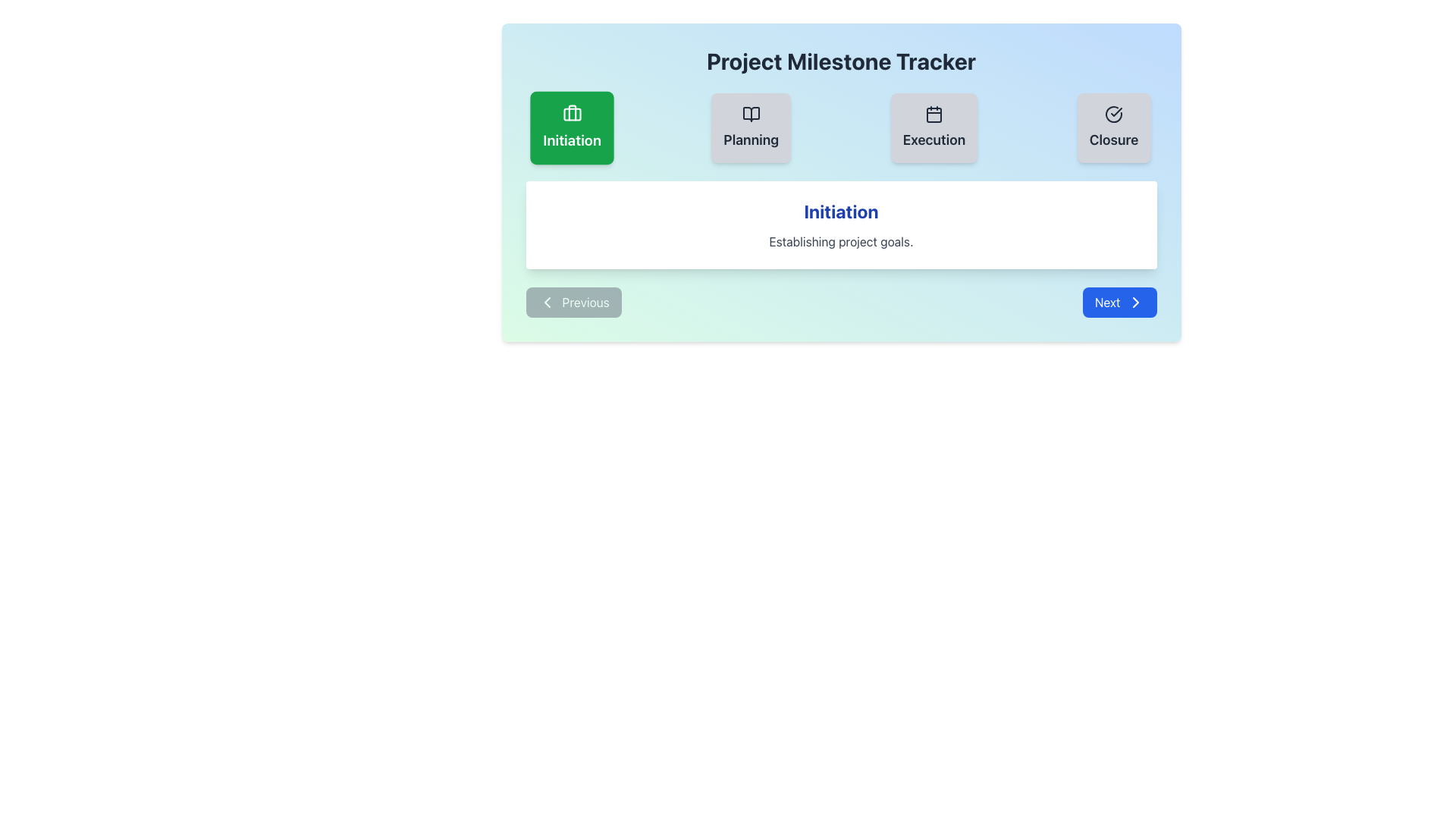  I want to click on text label displaying the title 'Planning' which is styled in a larger, bold font and is centered within the second card of a horizontal array of options, so click(751, 140).